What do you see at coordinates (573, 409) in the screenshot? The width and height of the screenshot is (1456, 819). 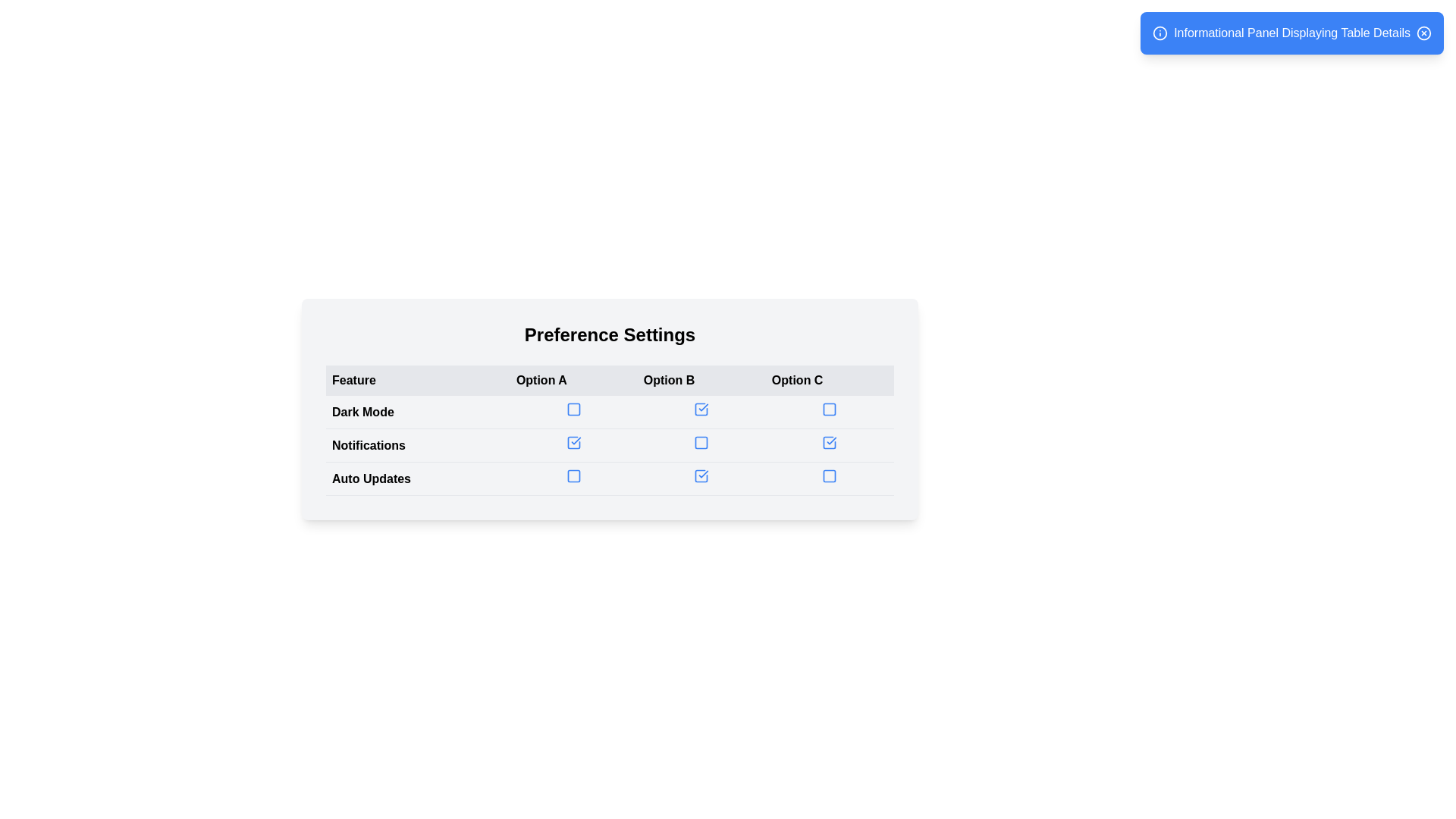 I see `the checkbox in the 'Preference Settings' table` at bounding box center [573, 409].